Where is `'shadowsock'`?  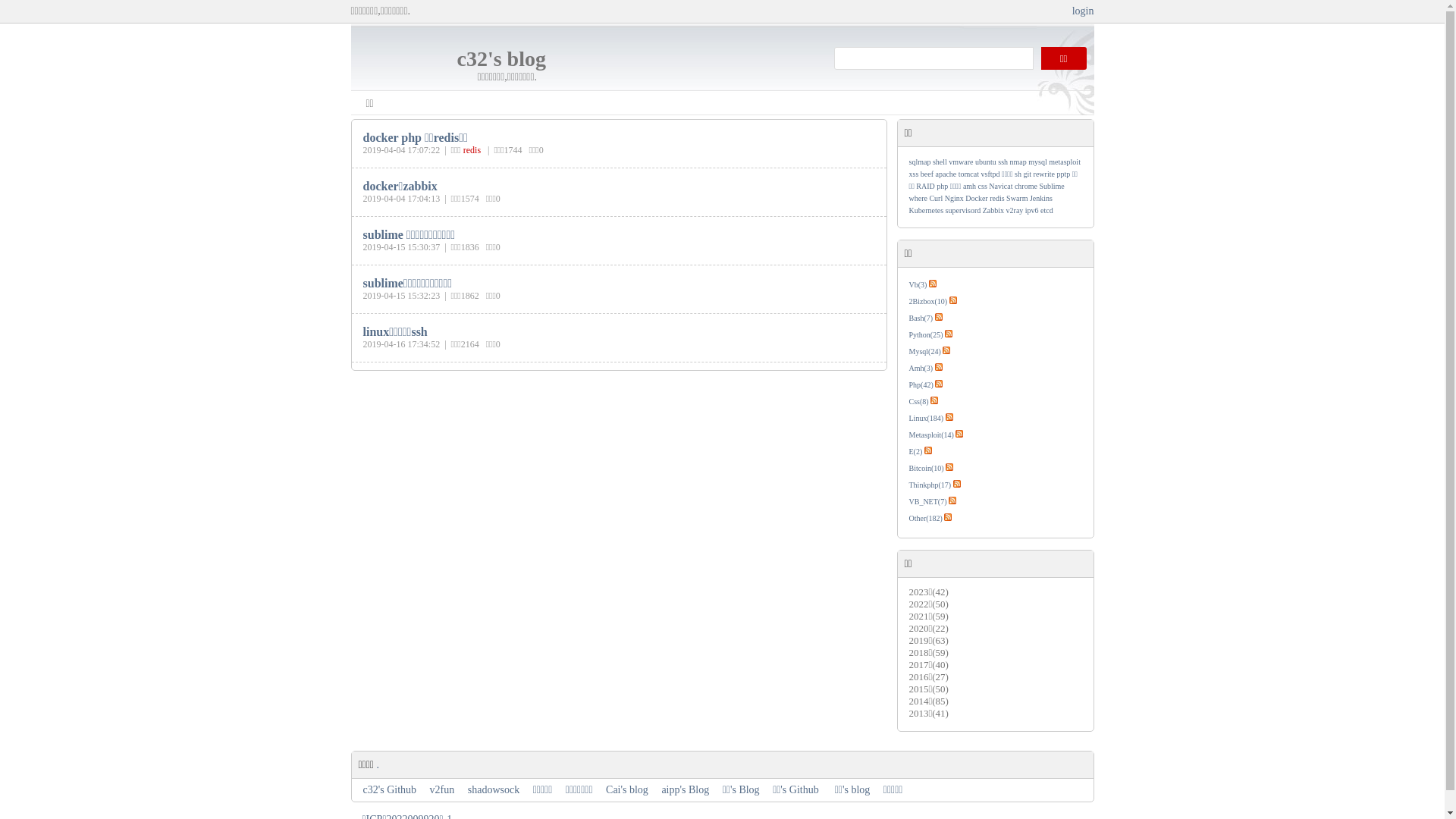 'shadowsock' is located at coordinates (494, 789).